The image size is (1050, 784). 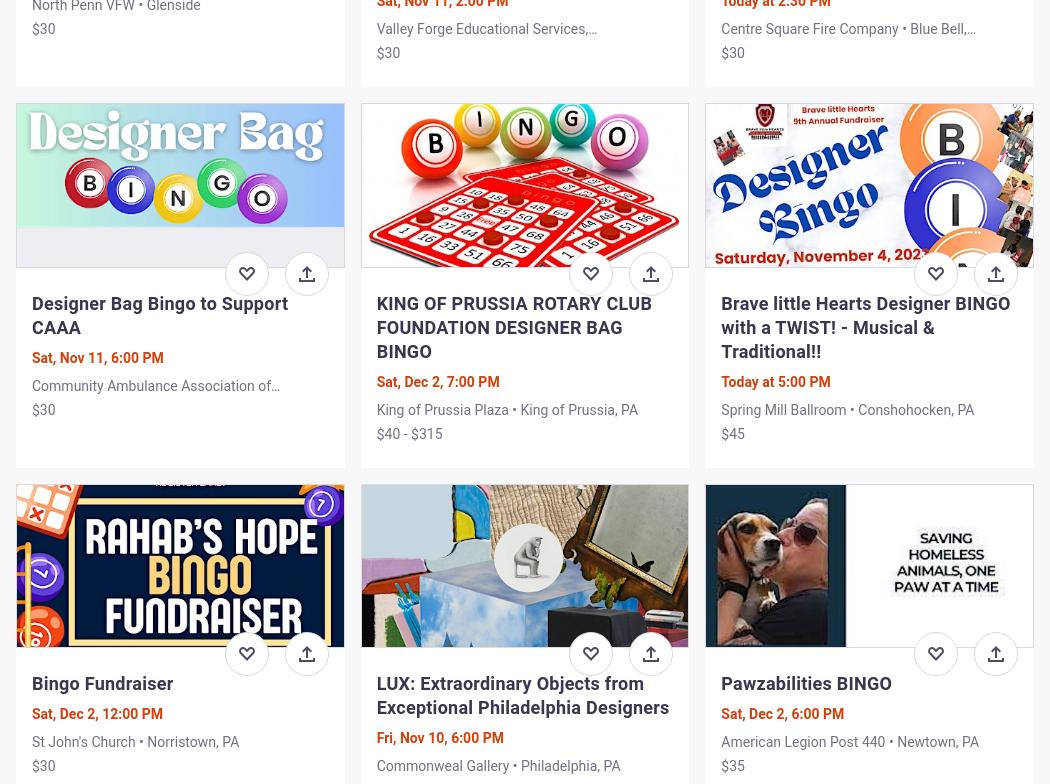 I want to click on '$45', so click(x=731, y=433).